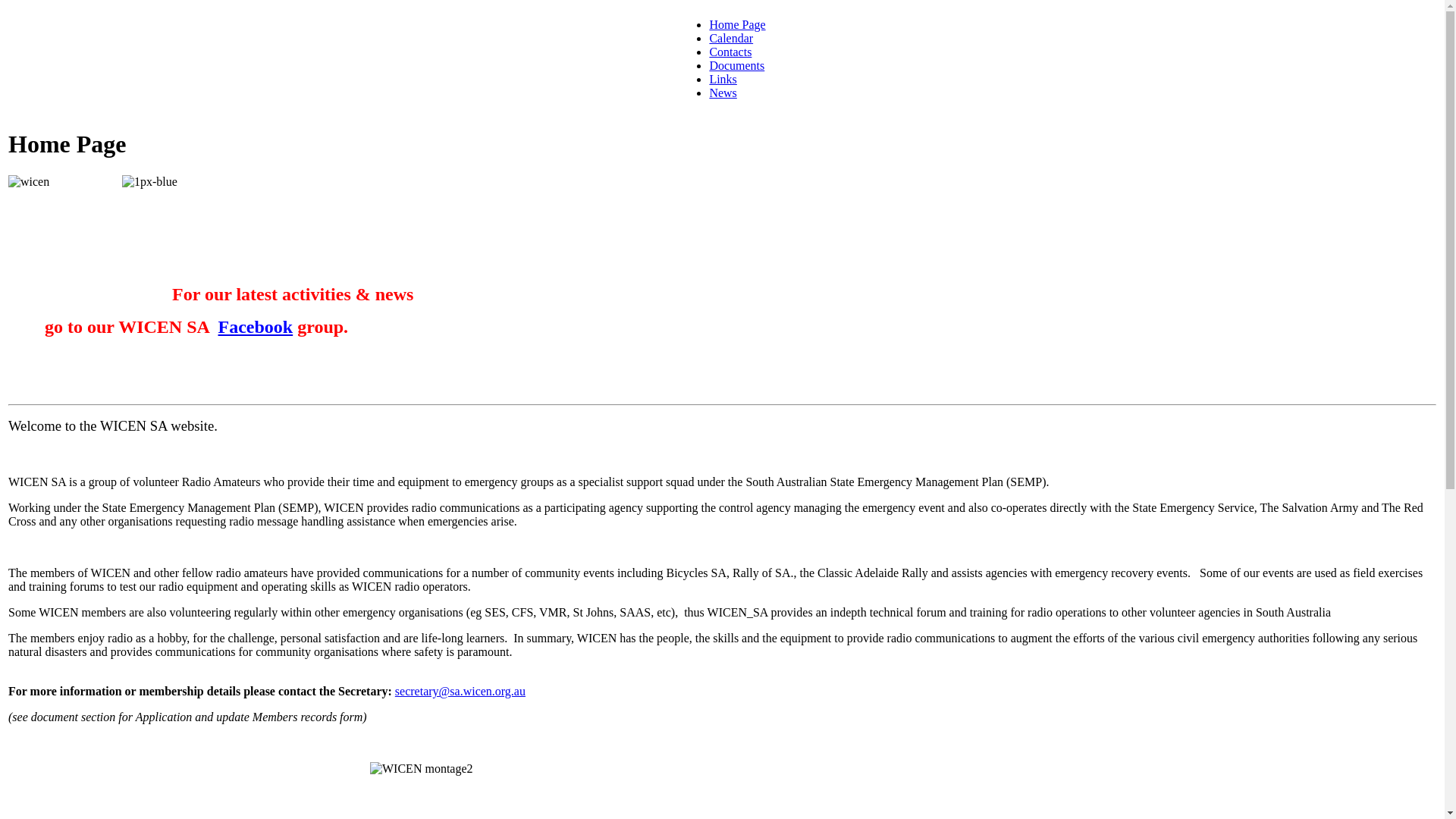 This screenshot has height=819, width=1456. What do you see at coordinates (722, 93) in the screenshot?
I see `'News'` at bounding box center [722, 93].